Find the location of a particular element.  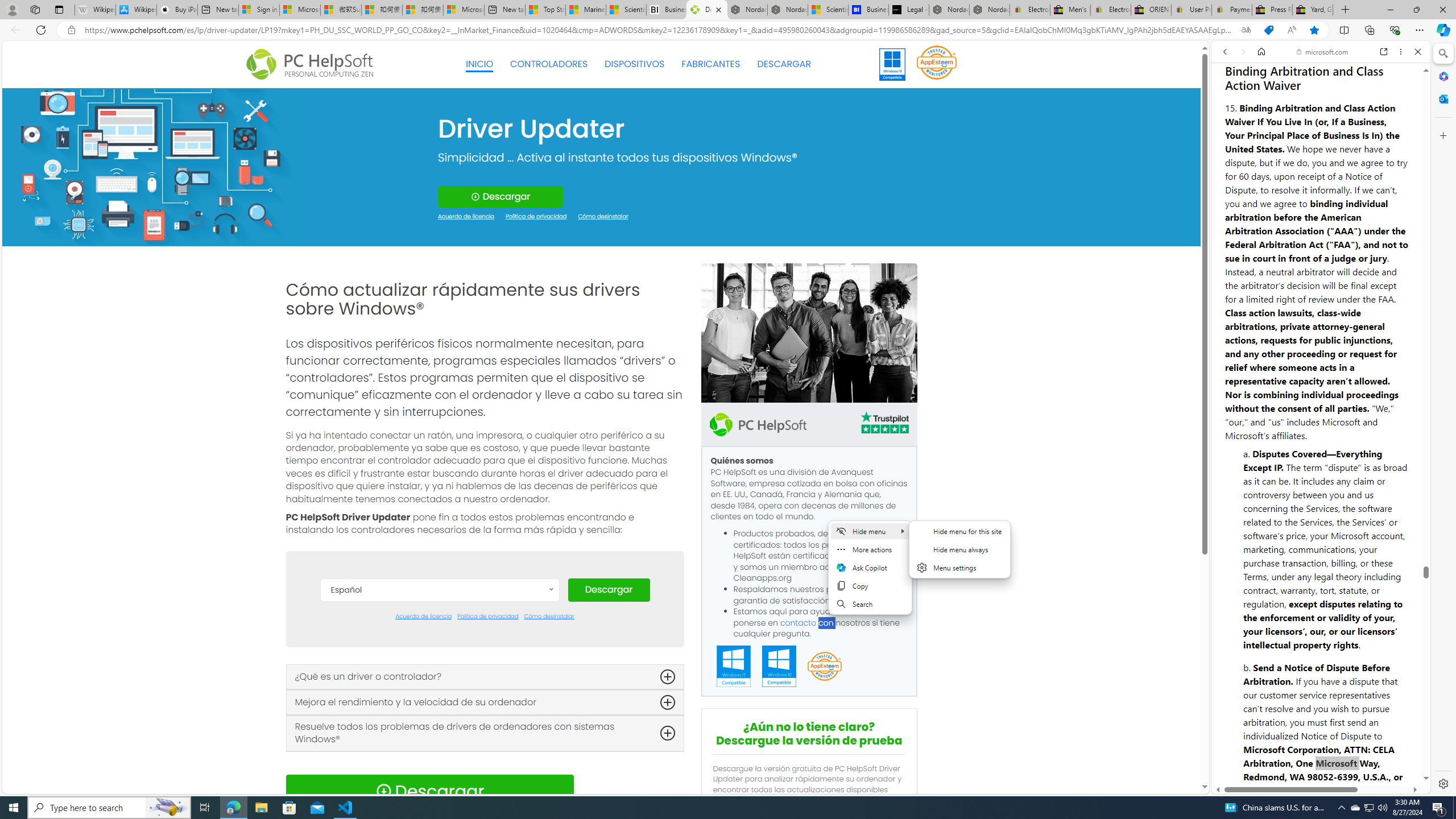

'Show translate options' is located at coordinates (1246, 30).